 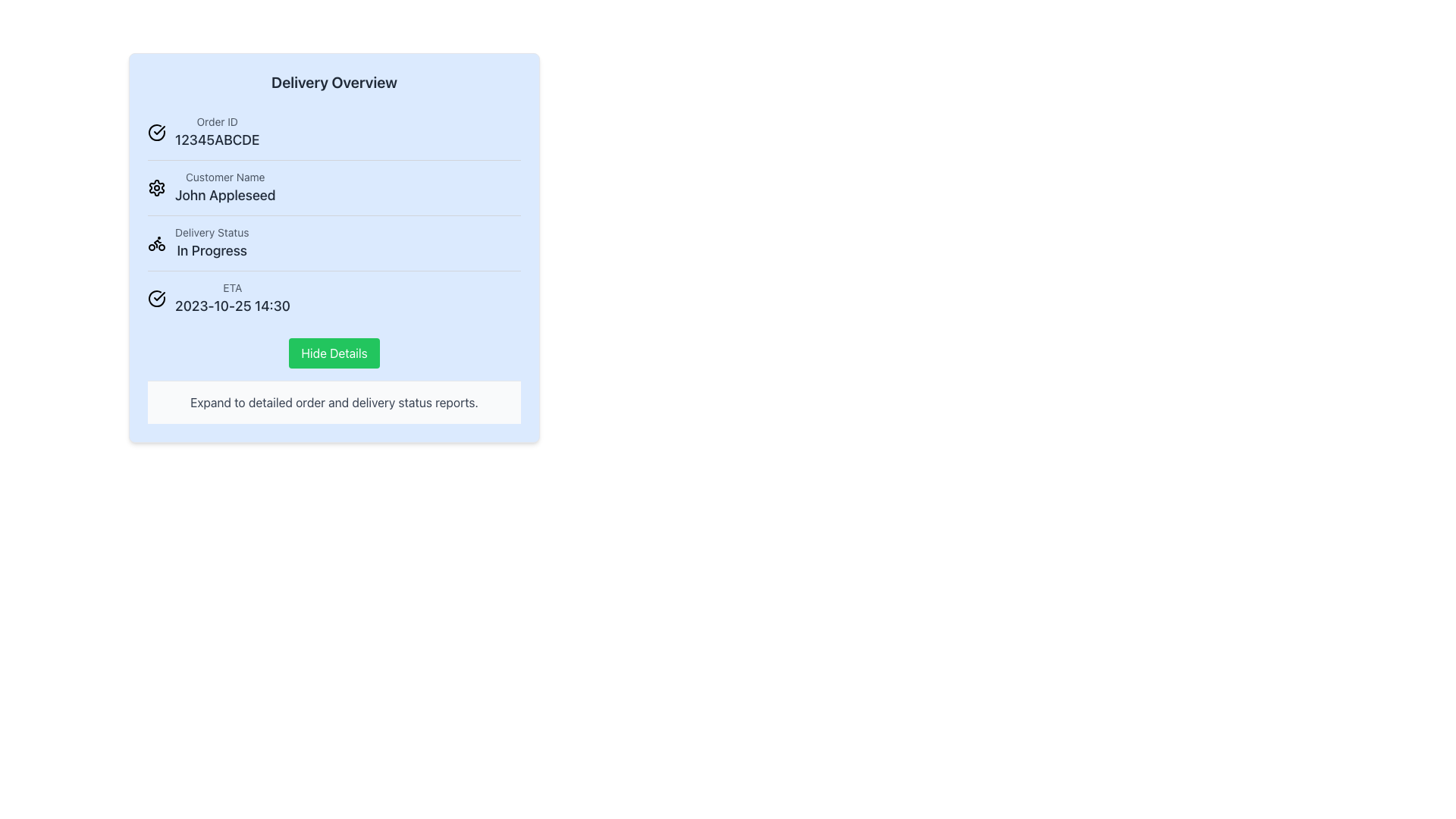 I want to click on the 'Delivery Status' Text Display element, which shows 'In Progress' in a bolder font, located in the third row of the 'Delivery Overview' card between 'Customer Name' and 'ETA', so click(x=211, y=242).